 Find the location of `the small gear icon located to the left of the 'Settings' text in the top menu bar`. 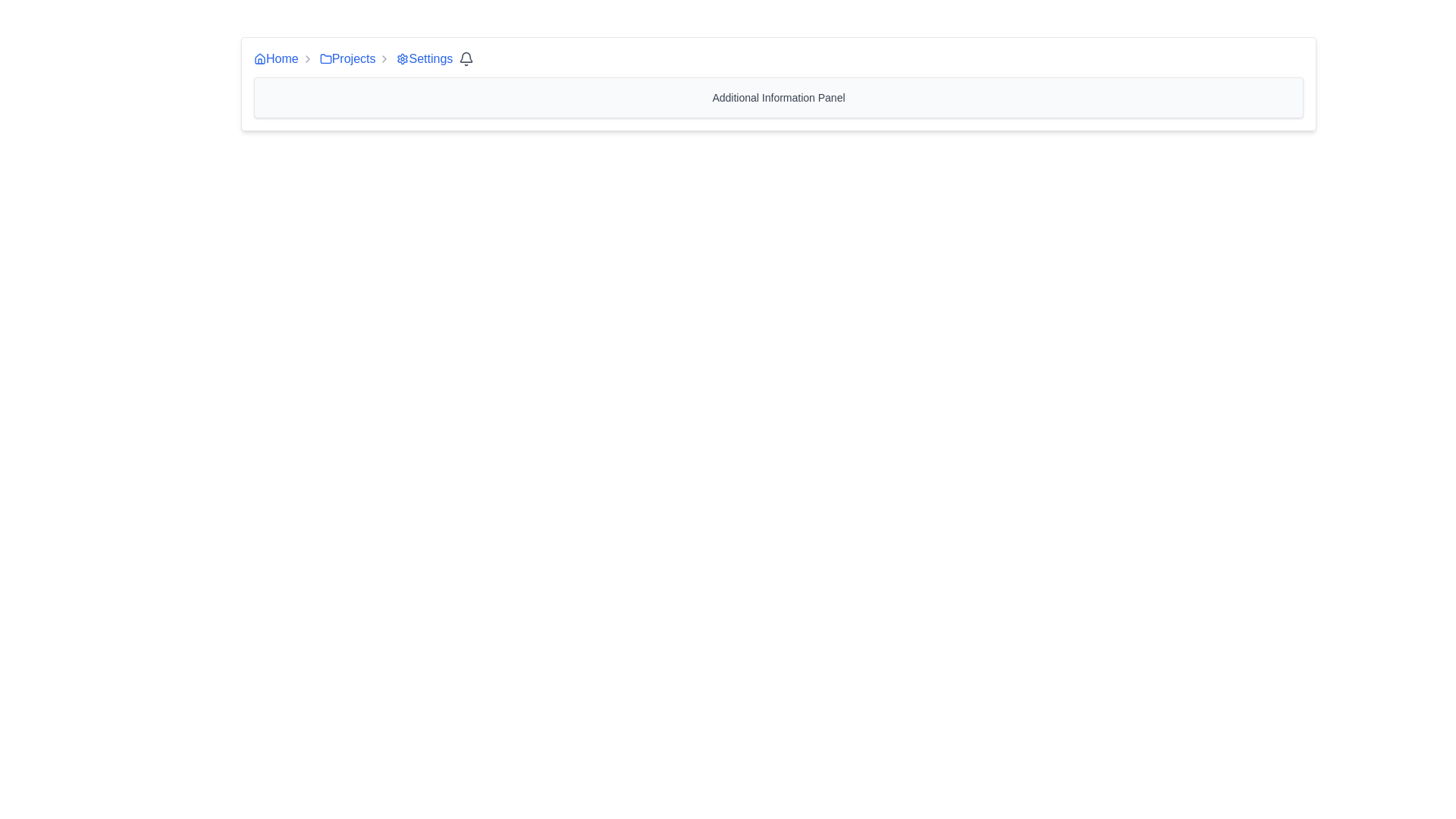

the small gear icon located to the left of the 'Settings' text in the top menu bar is located at coordinates (403, 58).